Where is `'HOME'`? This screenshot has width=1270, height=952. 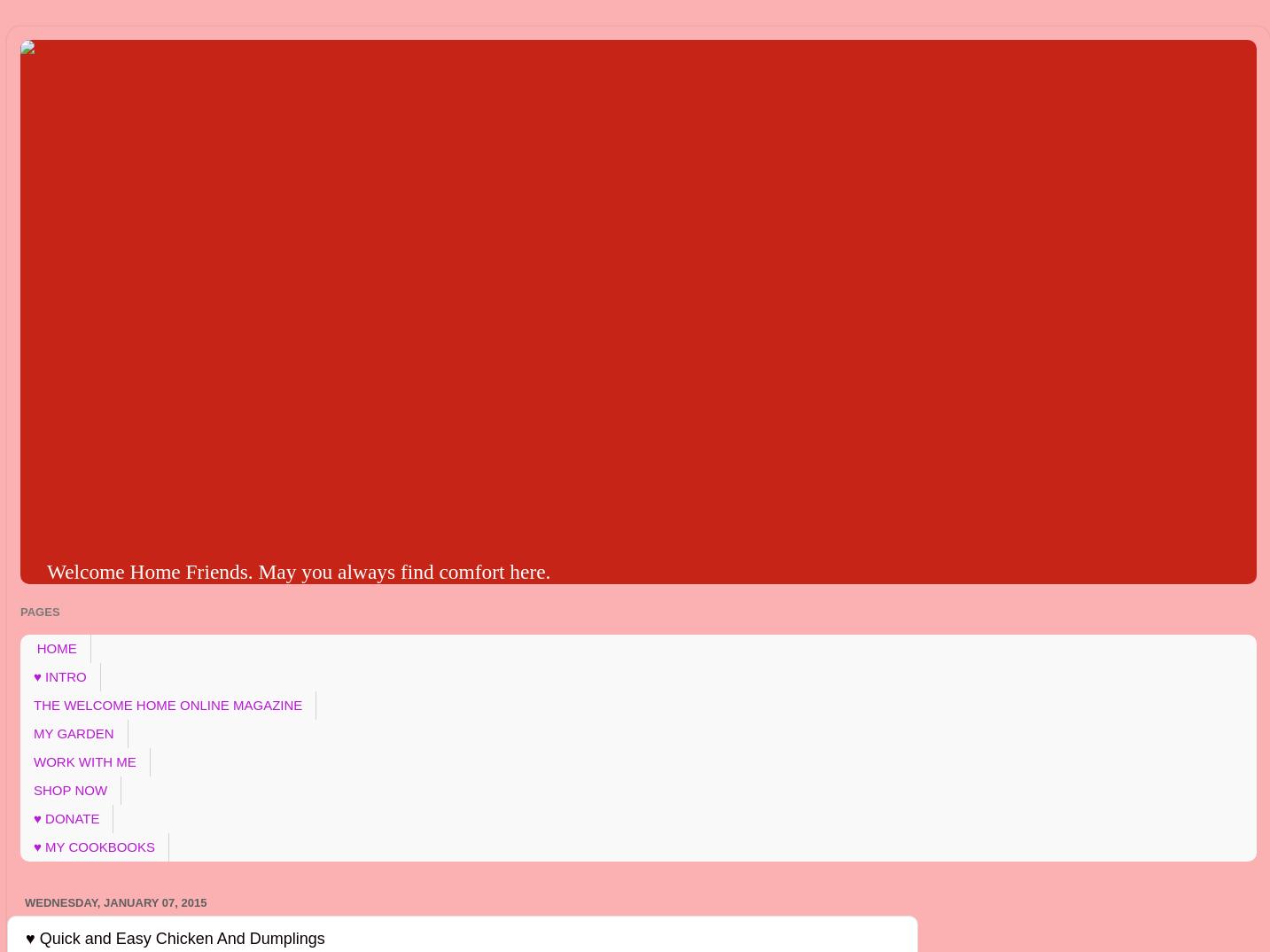
'HOME' is located at coordinates (55, 648).